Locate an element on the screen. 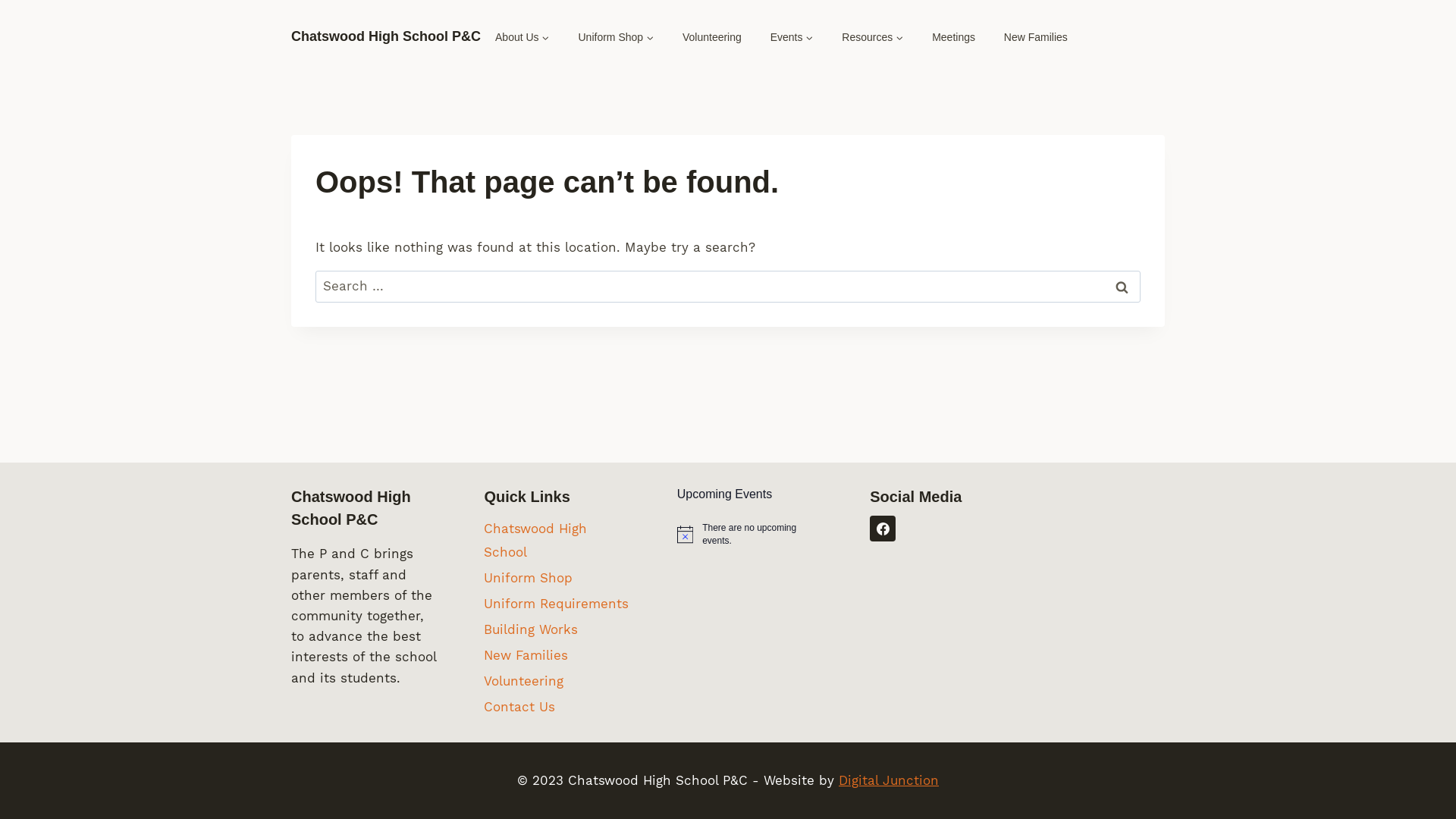  'Digital Junction' is located at coordinates (837, 780).